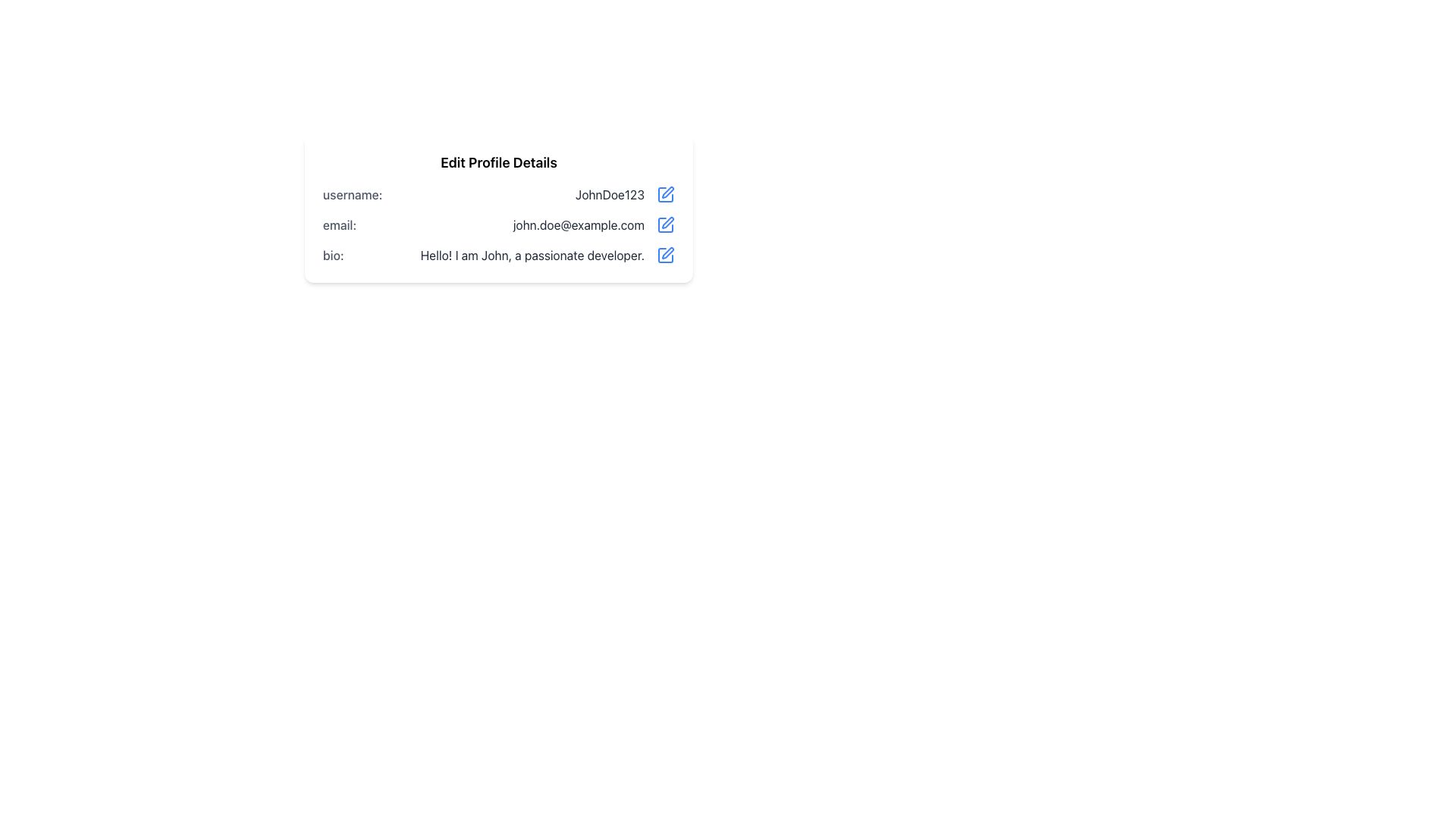 The width and height of the screenshot is (1456, 819). What do you see at coordinates (532, 254) in the screenshot?
I see `the text snippet that reads 'Hello! I am John, a passionate developer.' located in the 'bio' section of the 'Edit Profile Details' form` at bounding box center [532, 254].